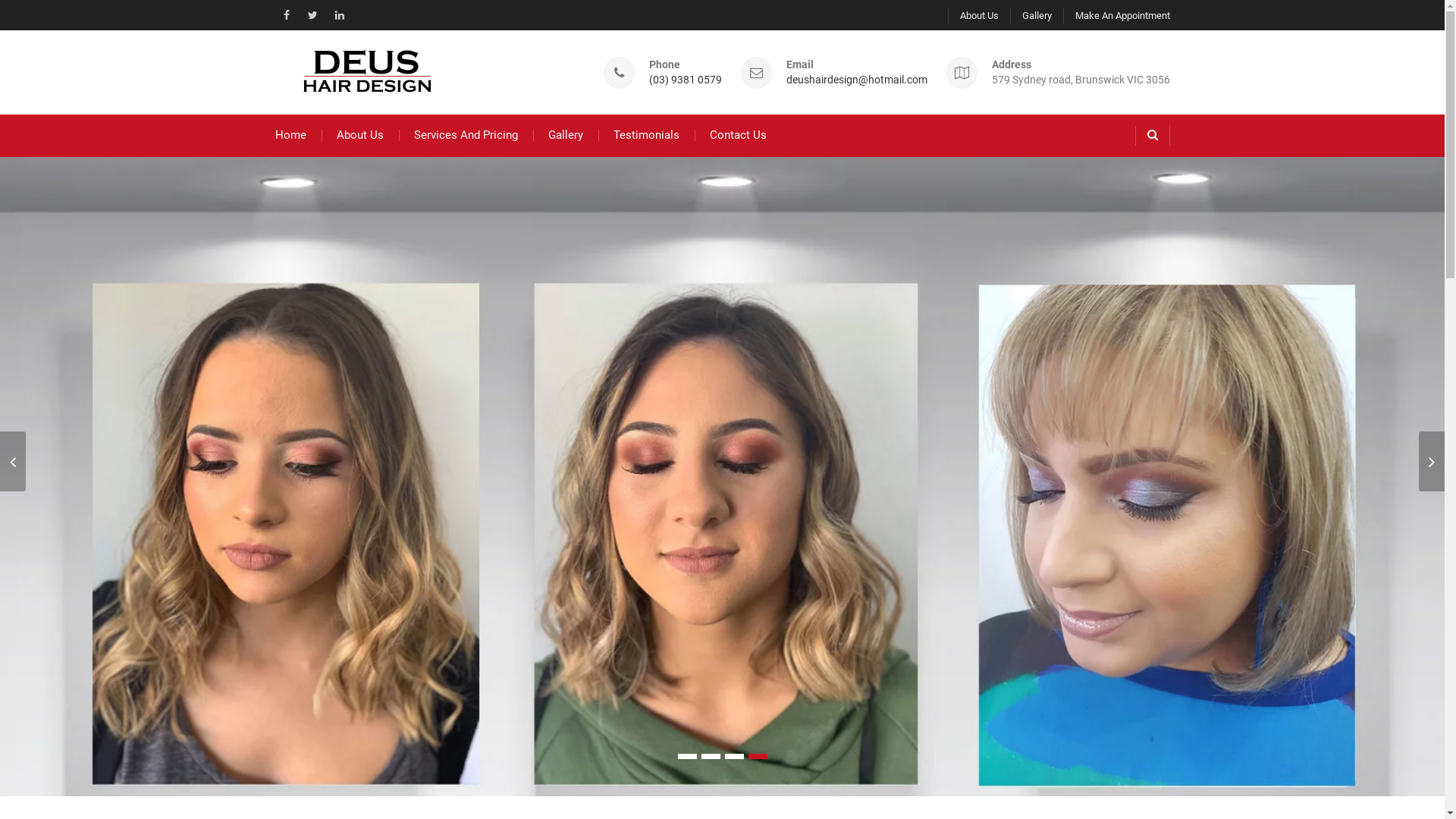  I want to click on 'Home', so click(290, 134).